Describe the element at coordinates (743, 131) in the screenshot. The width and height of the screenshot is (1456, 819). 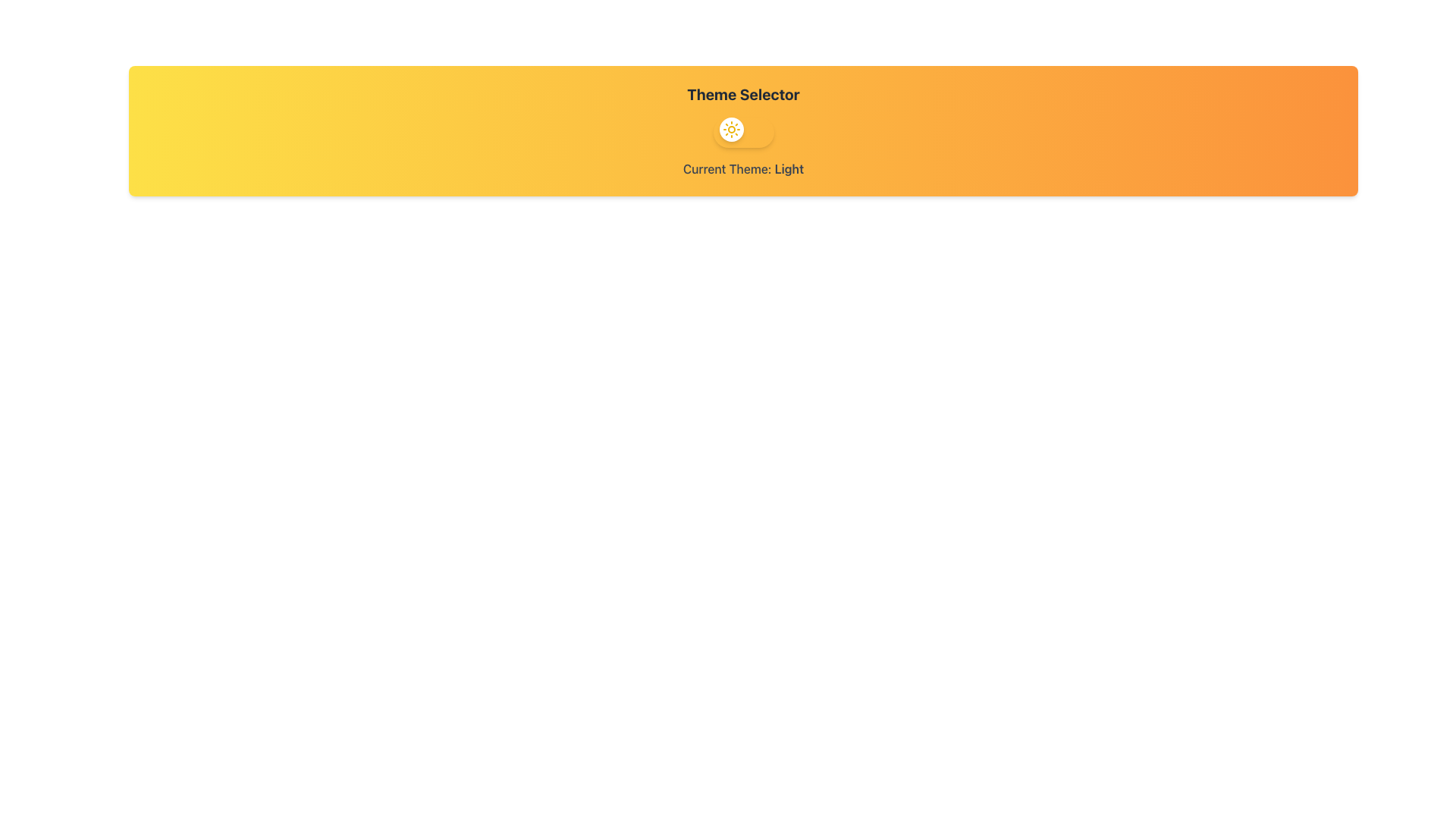
I see `the toggle switch located below the 'Theme Selector' title, which allows users to switch between light and dark modes` at that location.